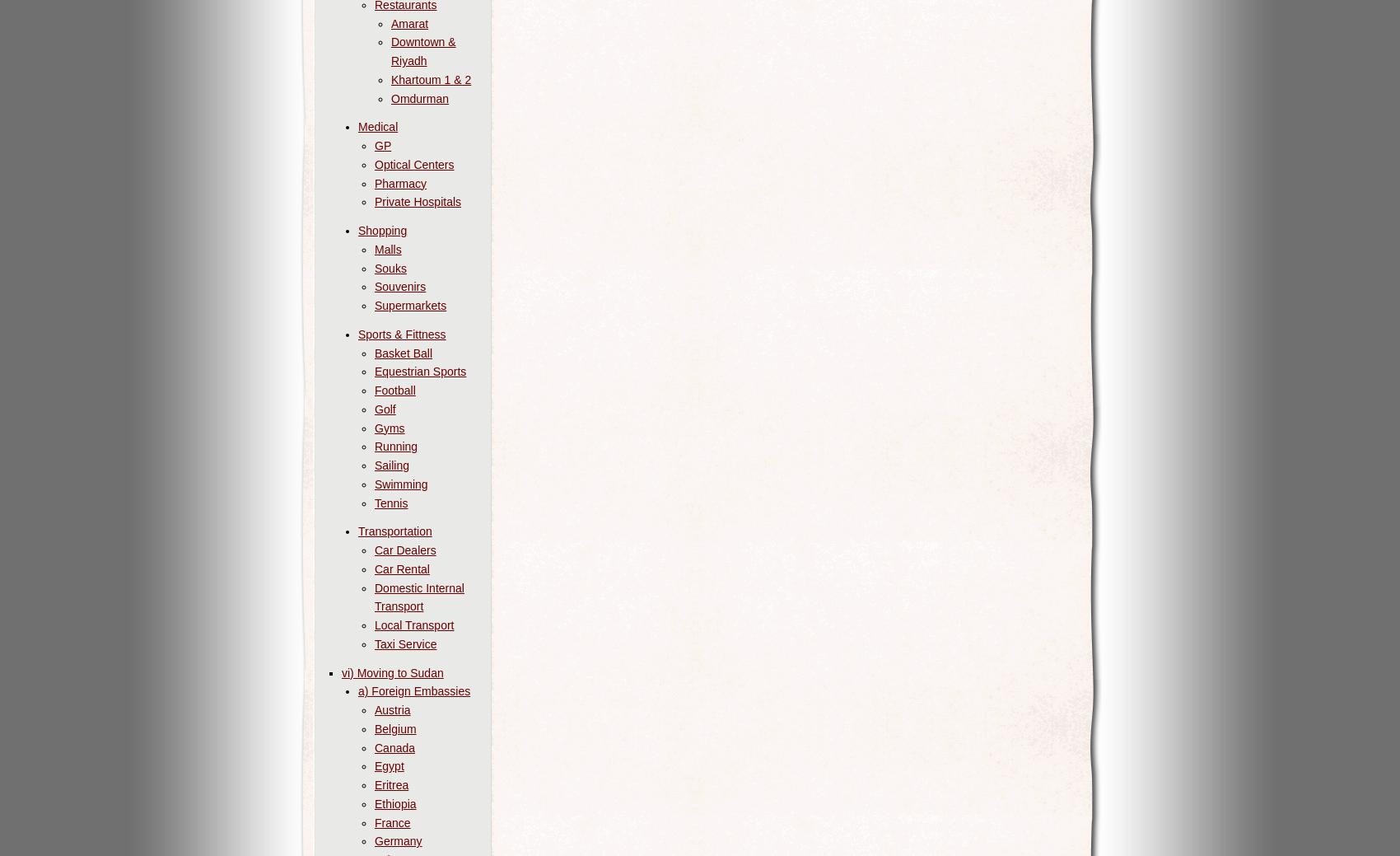  What do you see at coordinates (374, 305) in the screenshot?
I see `'Supermarkets'` at bounding box center [374, 305].